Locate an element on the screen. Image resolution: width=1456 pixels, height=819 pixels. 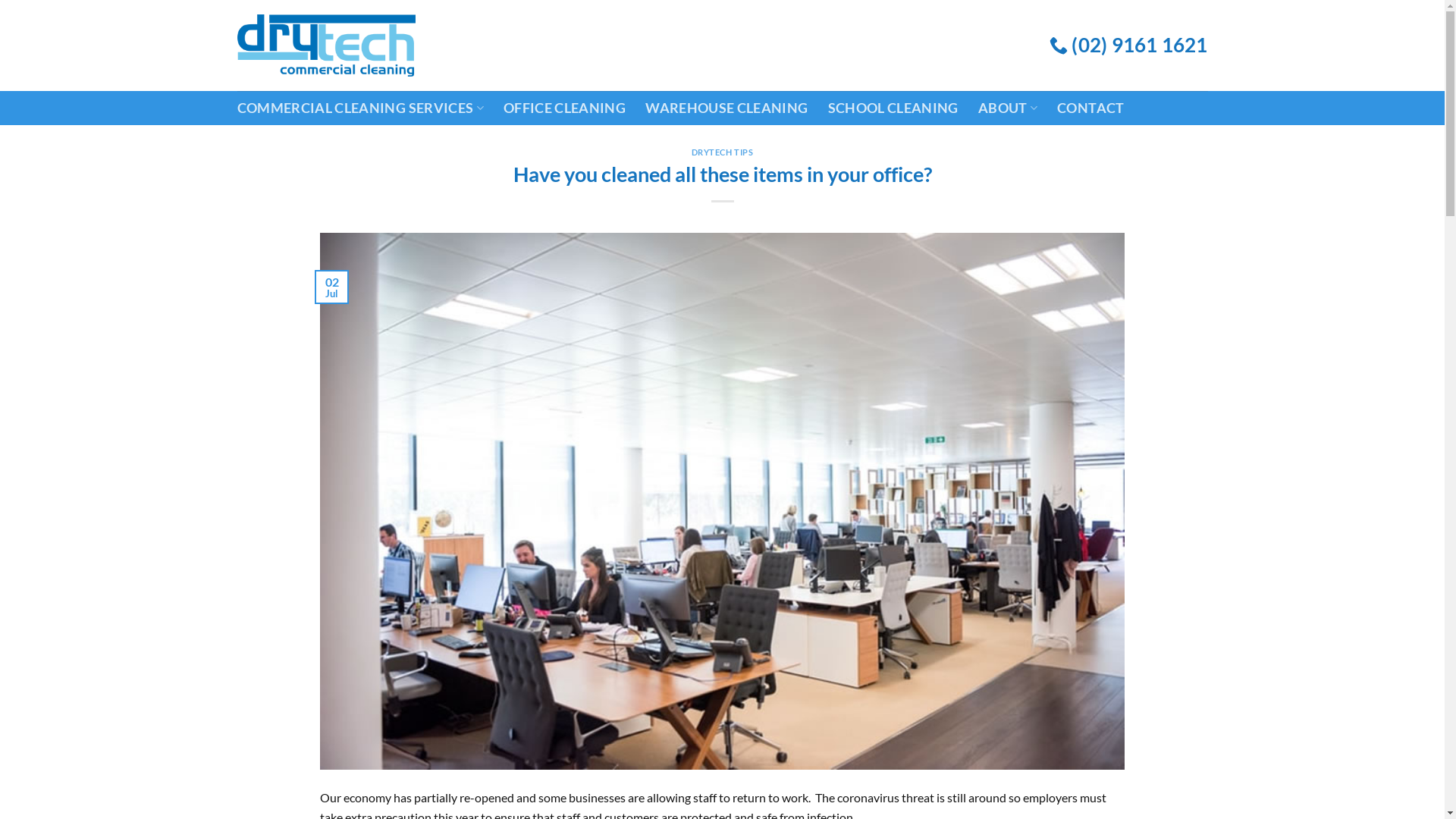
'(02) 9161 1621' is located at coordinates (1048, 45).